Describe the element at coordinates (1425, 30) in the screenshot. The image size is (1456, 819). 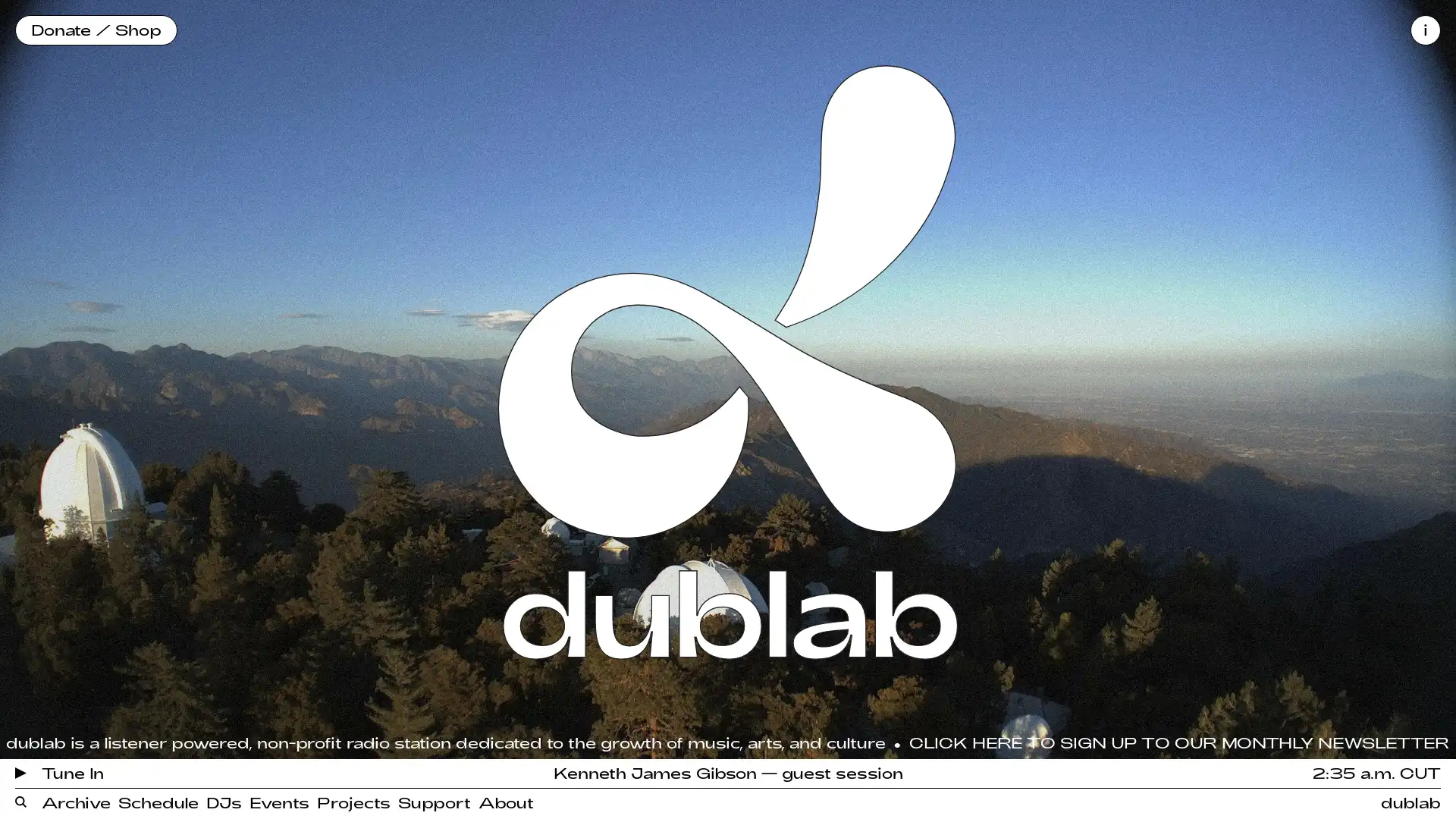
I see `i` at that location.